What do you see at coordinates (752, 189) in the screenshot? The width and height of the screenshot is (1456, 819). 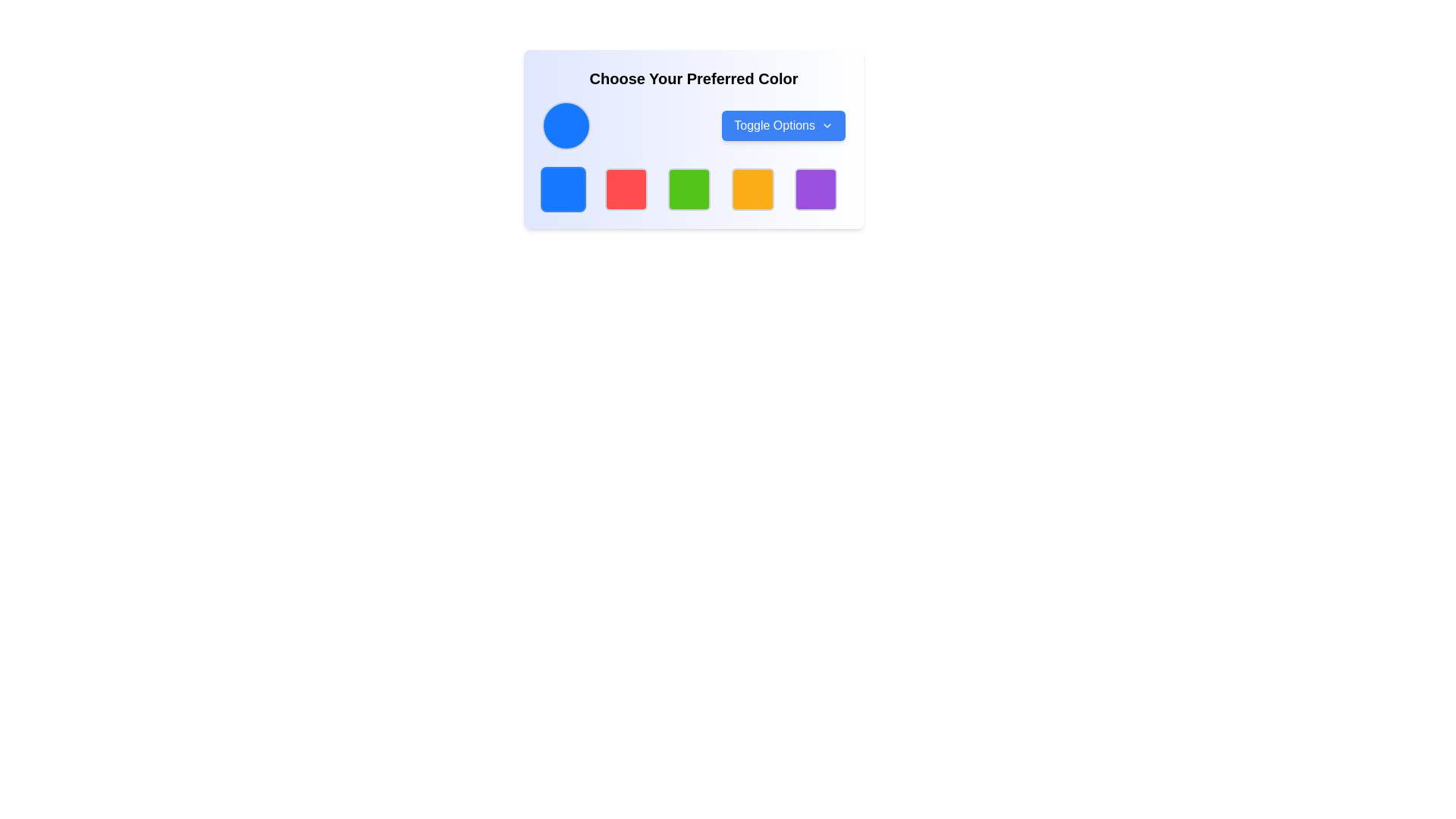 I see `the vibrant orange button with a gray border located in the center-right of the button grid` at bounding box center [752, 189].